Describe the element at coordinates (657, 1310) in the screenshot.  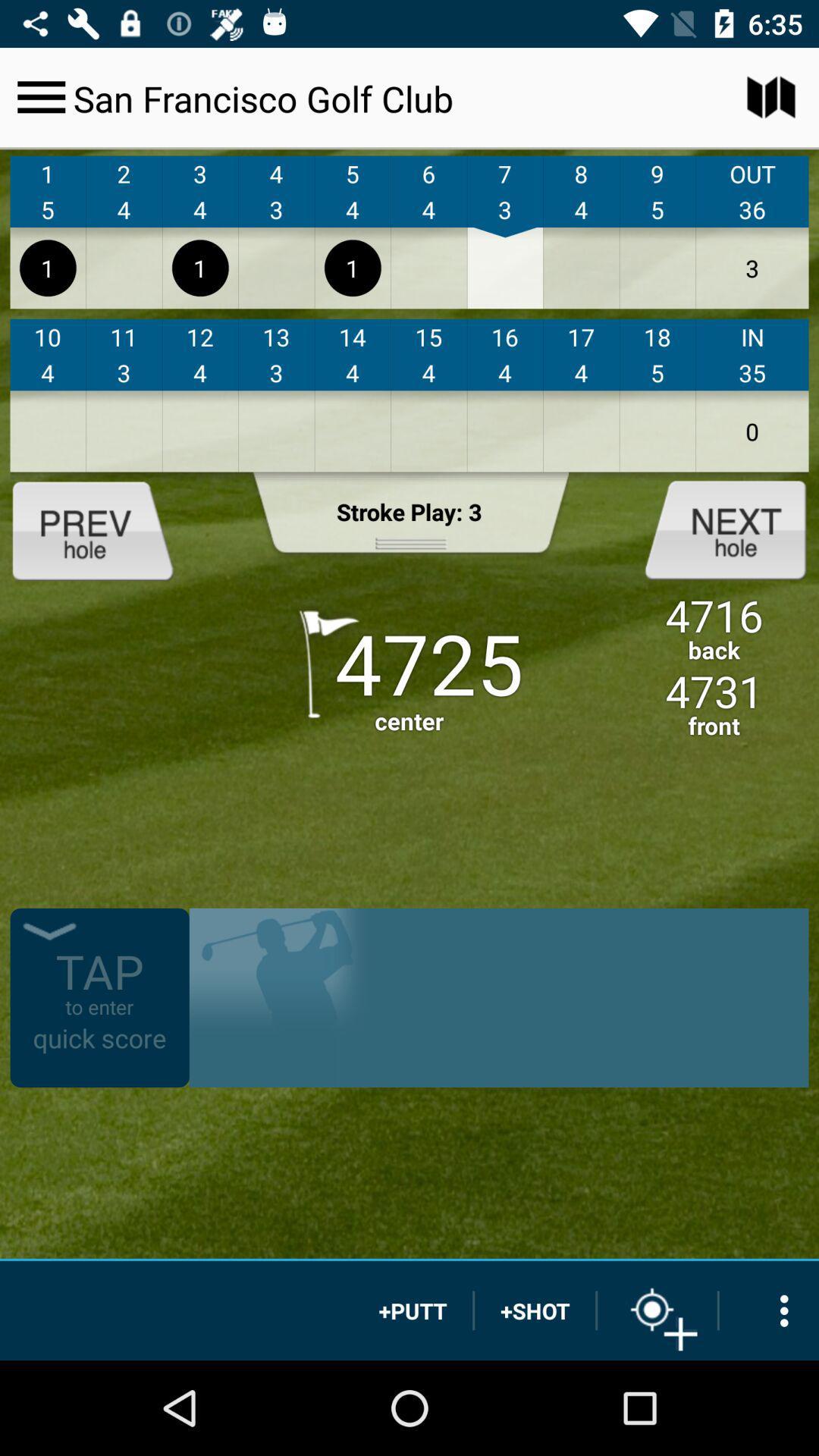
I see `the location_crosshair icon` at that location.